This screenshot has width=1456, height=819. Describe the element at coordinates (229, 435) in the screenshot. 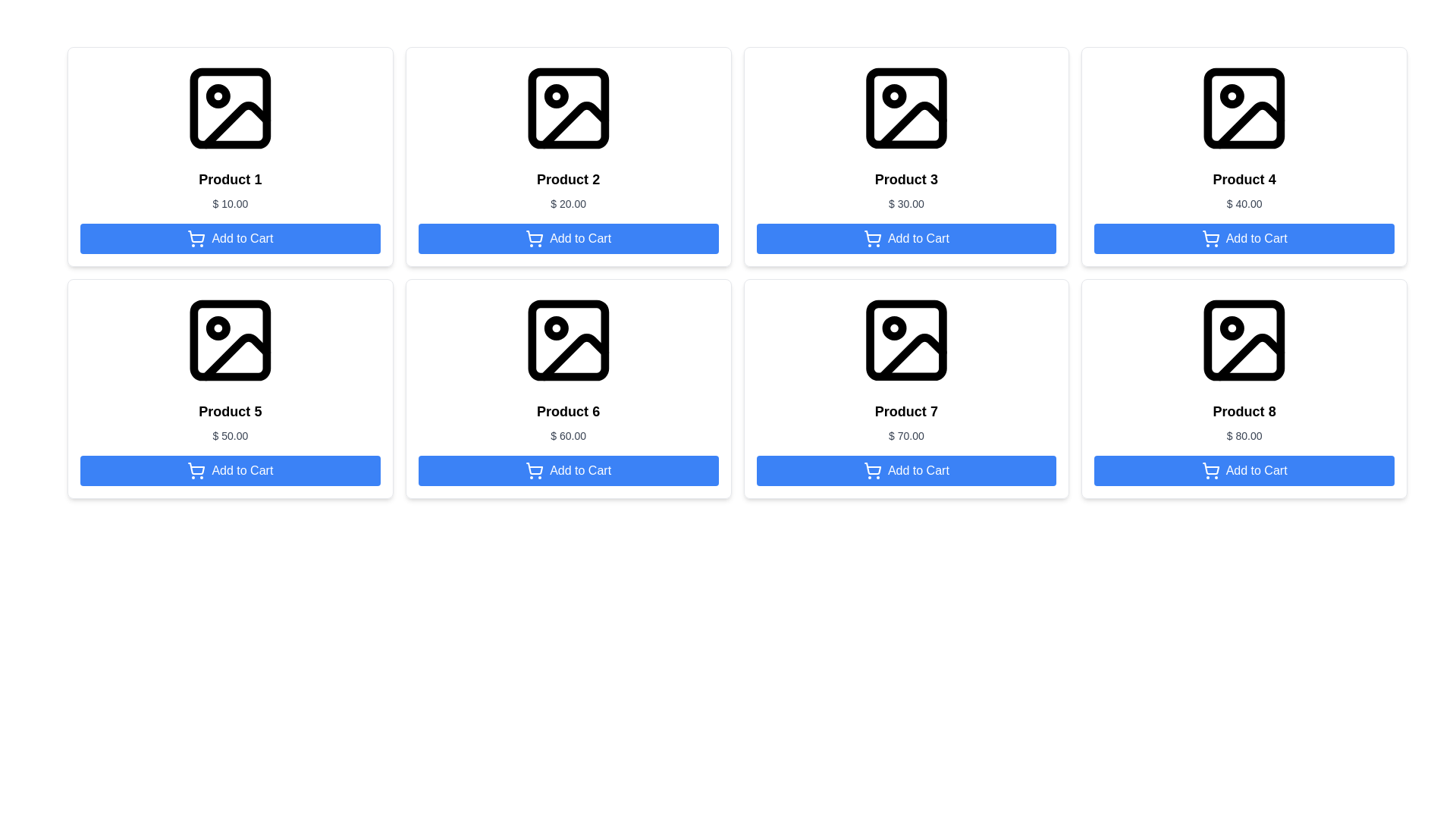

I see `the static text displaying the price of $50.00, which is located below the title 'Product 5' and above the blue 'Add to Cart' button within a product card` at that location.